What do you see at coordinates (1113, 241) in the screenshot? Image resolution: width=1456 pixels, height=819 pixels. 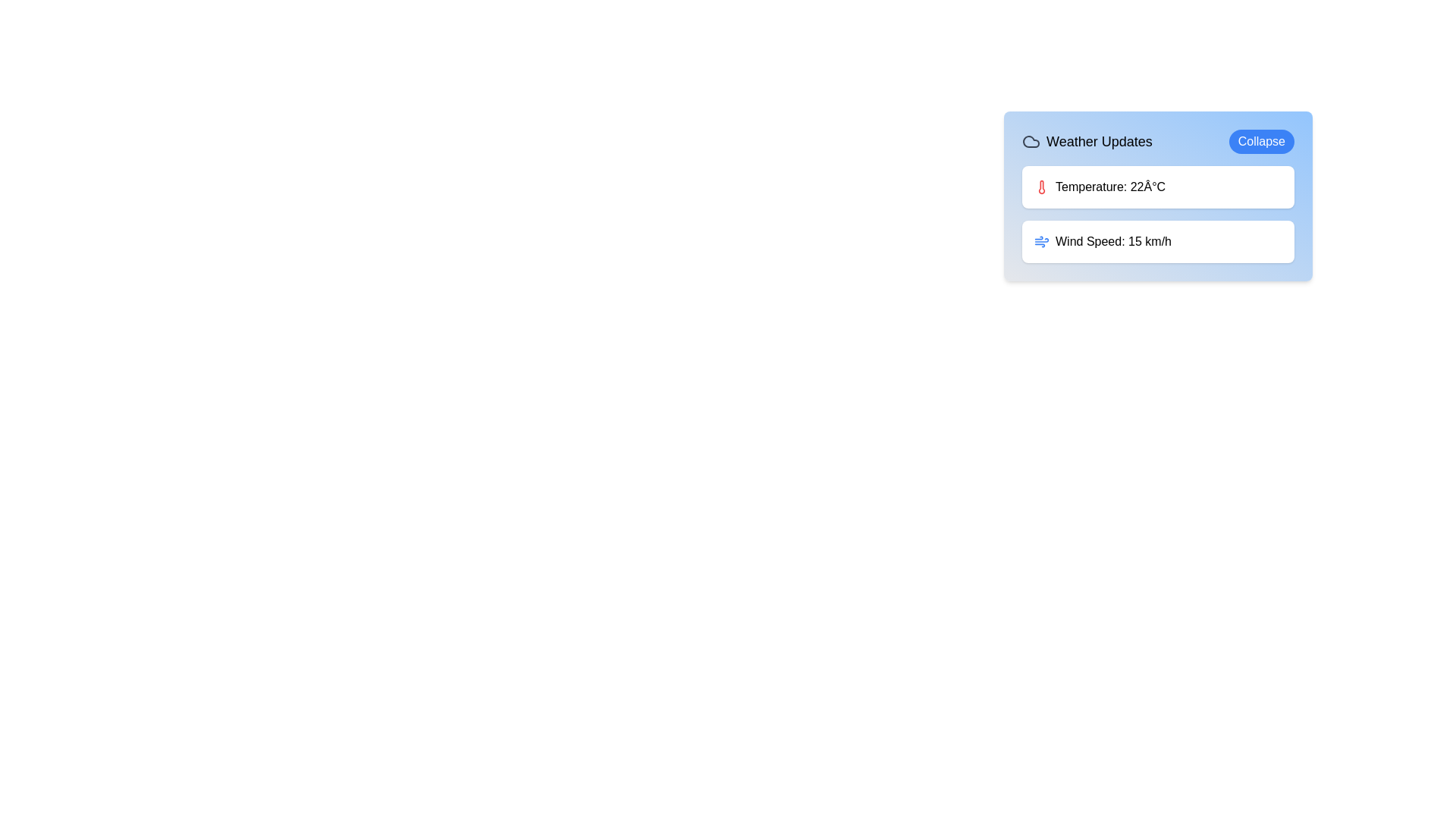 I see `the wind speed information text label located in the bottom section of the 'Weather Updates' card, next to the wind icon and below the temperature label` at bounding box center [1113, 241].